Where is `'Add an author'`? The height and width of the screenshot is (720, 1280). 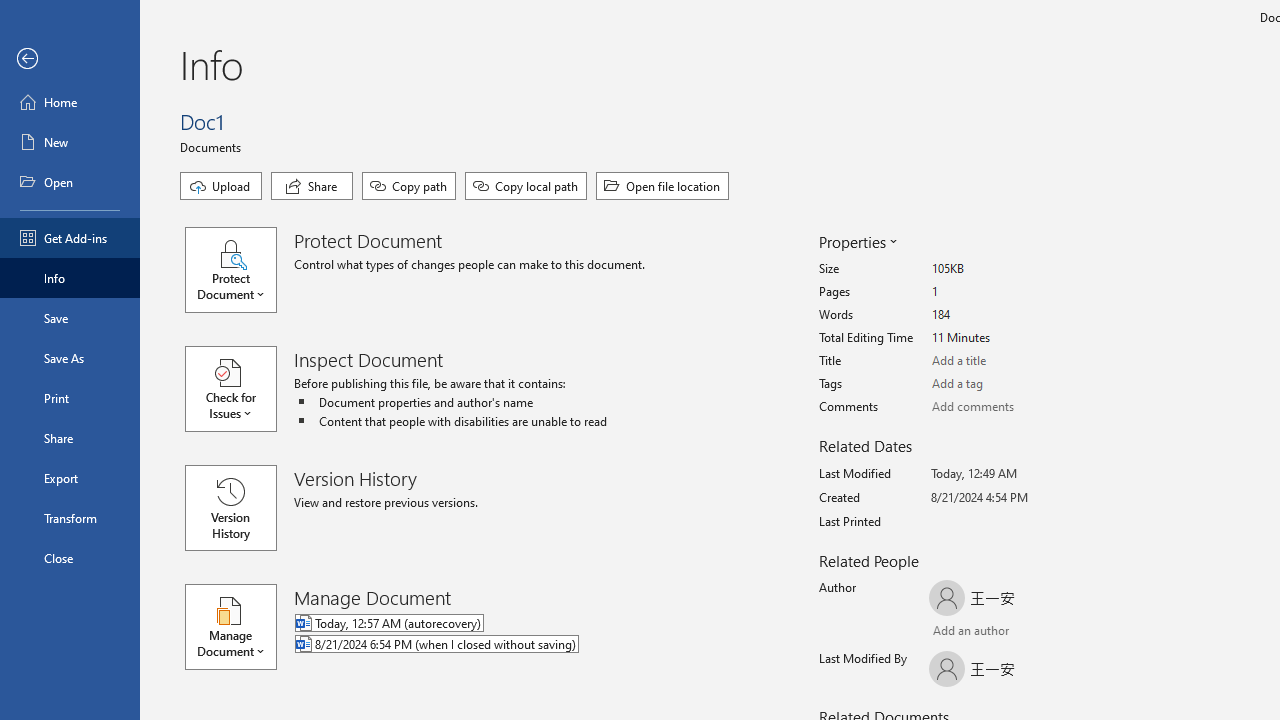 'Add an author' is located at coordinates (948, 632).